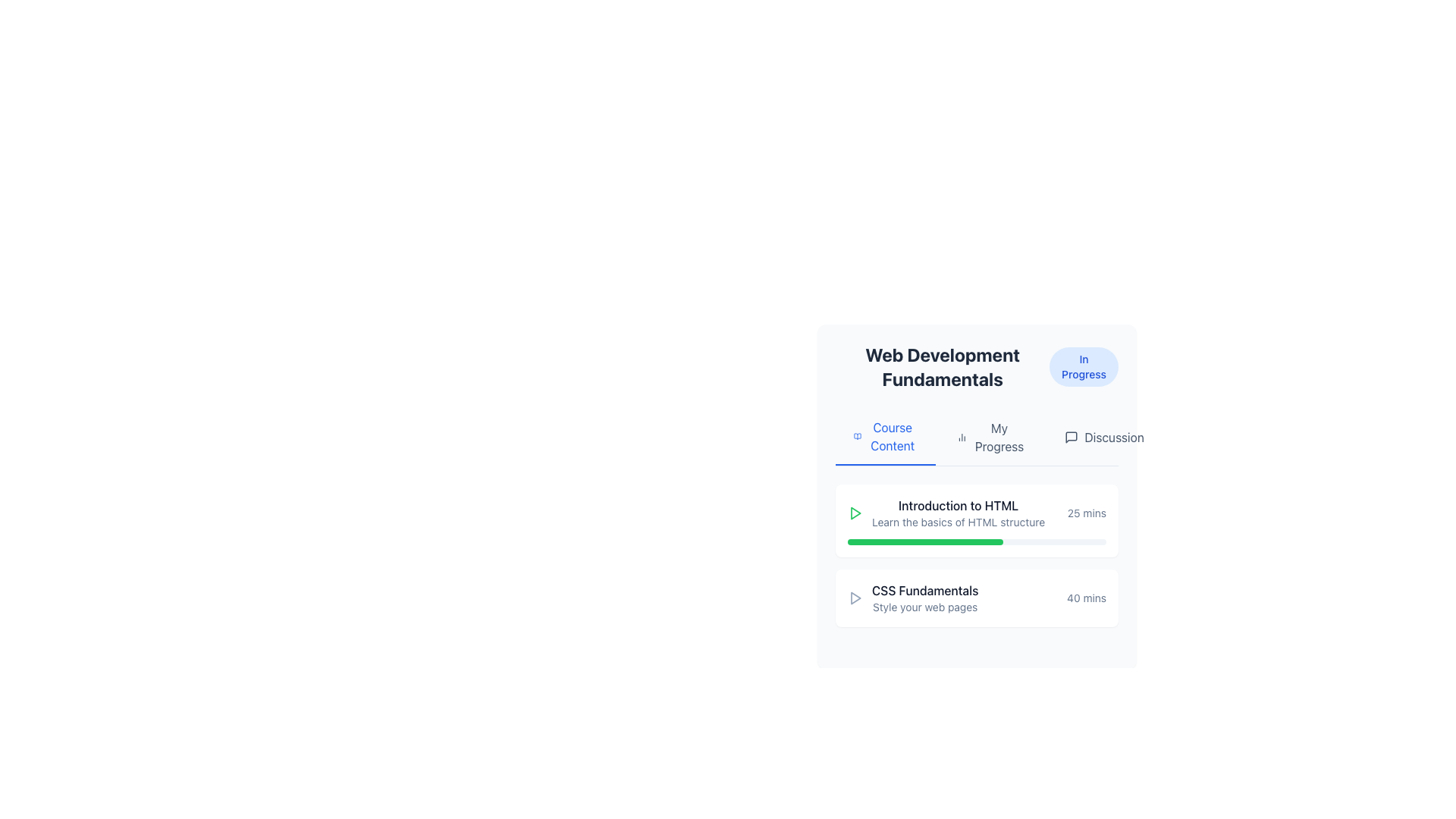 Image resolution: width=1456 pixels, height=819 pixels. What do you see at coordinates (977, 438) in the screenshot?
I see `the 'My Progress' tab item in the navigation bar` at bounding box center [977, 438].